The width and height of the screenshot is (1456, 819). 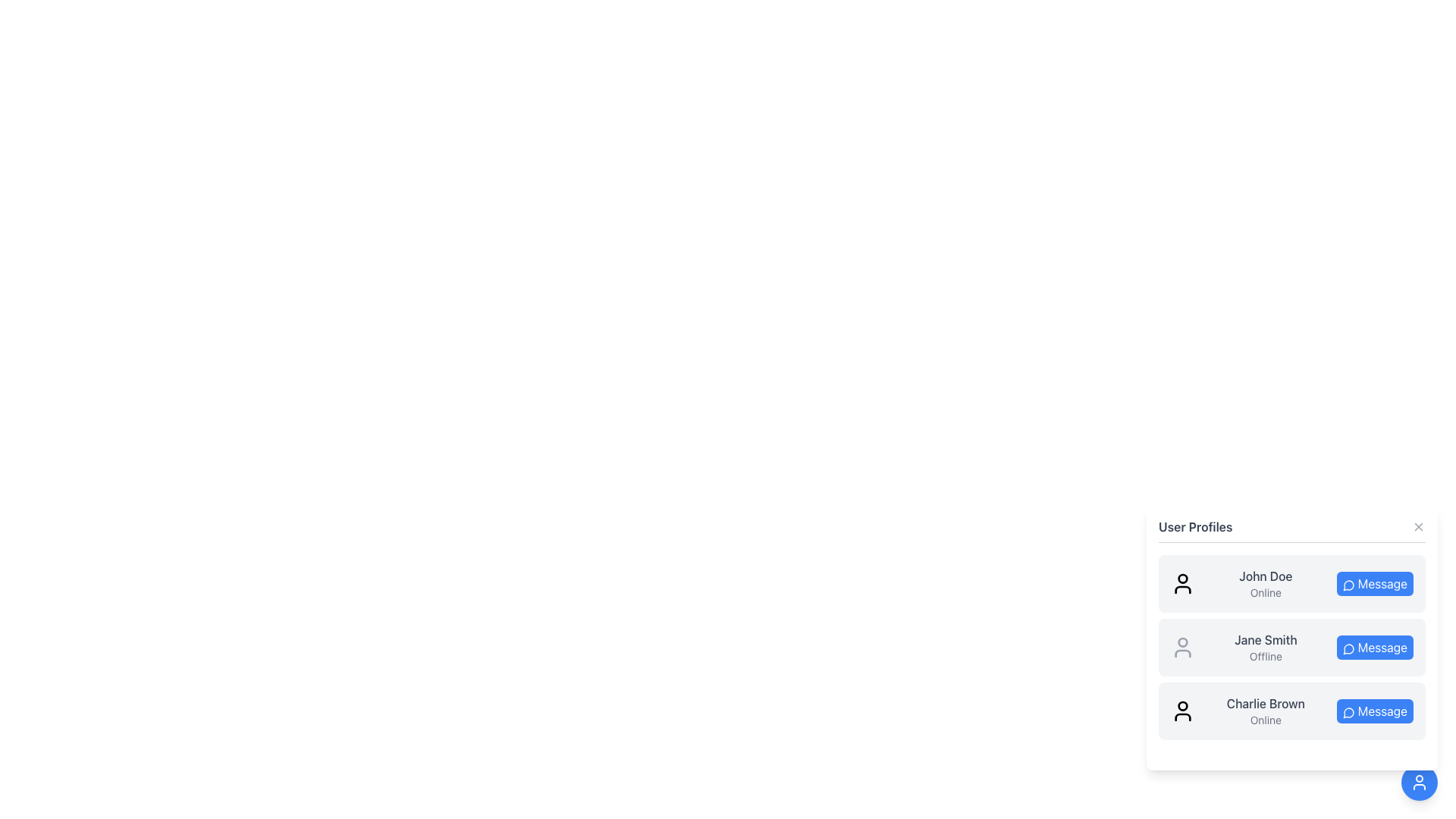 I want to click on the small 'X' icon in the top-right corner of the 'User Profiles' section header, so click(x=1418, y=526).